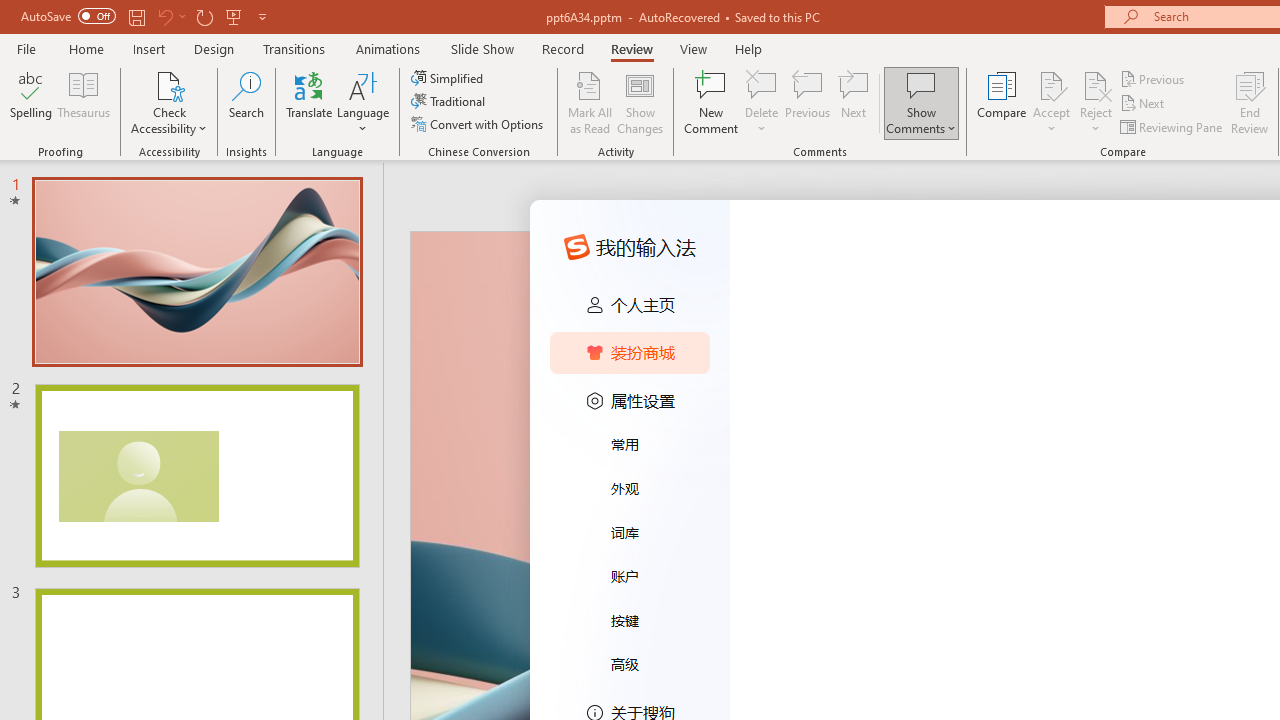 This screenshot has height=720, width=1280. What do you see at coordinates (640, 103) in the screenshot?
I see `'Show Changes'` at bounding box center [640, 103].